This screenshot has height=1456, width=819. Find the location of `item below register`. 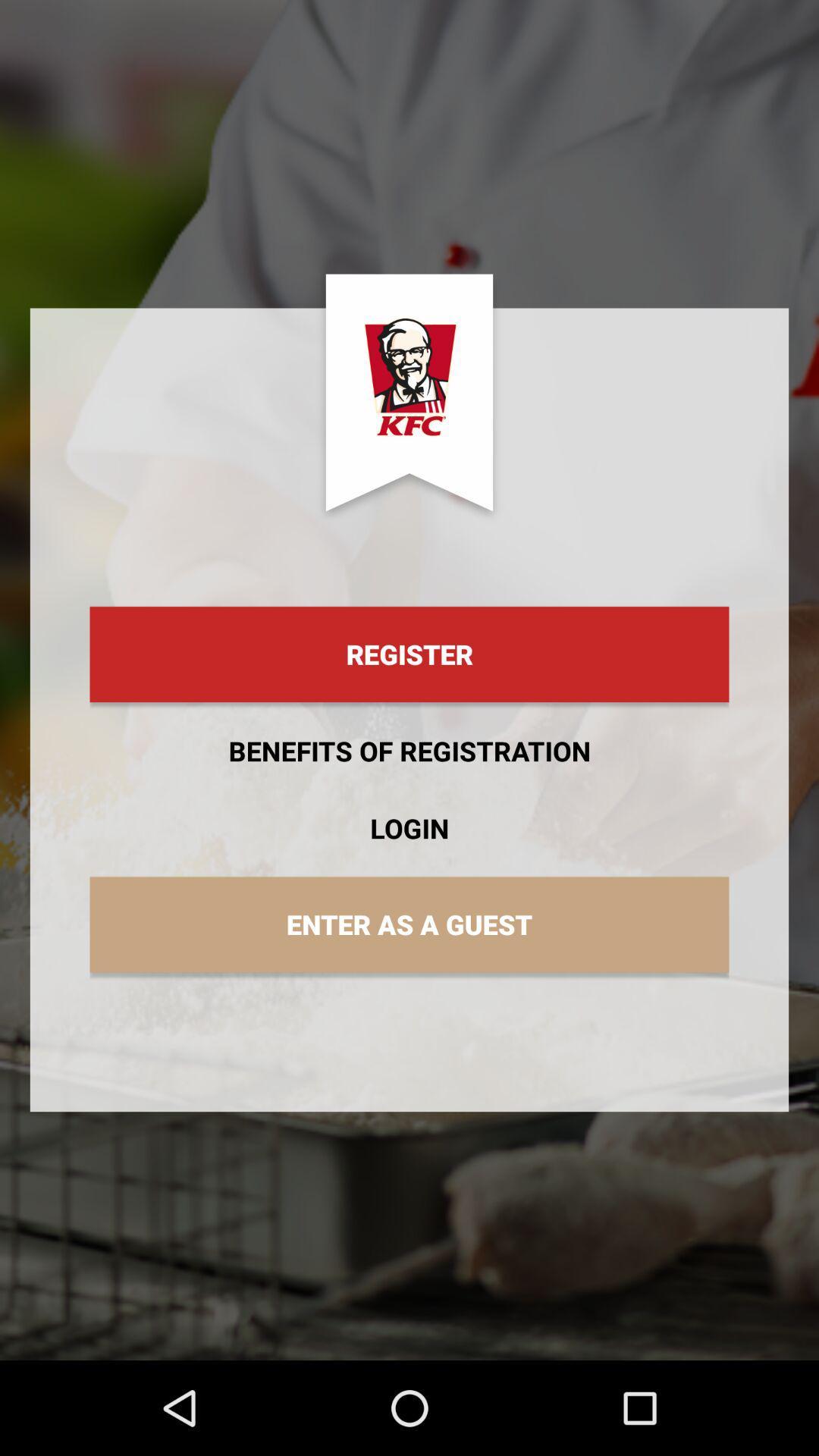

item below register is located at coordinates (409, 751).